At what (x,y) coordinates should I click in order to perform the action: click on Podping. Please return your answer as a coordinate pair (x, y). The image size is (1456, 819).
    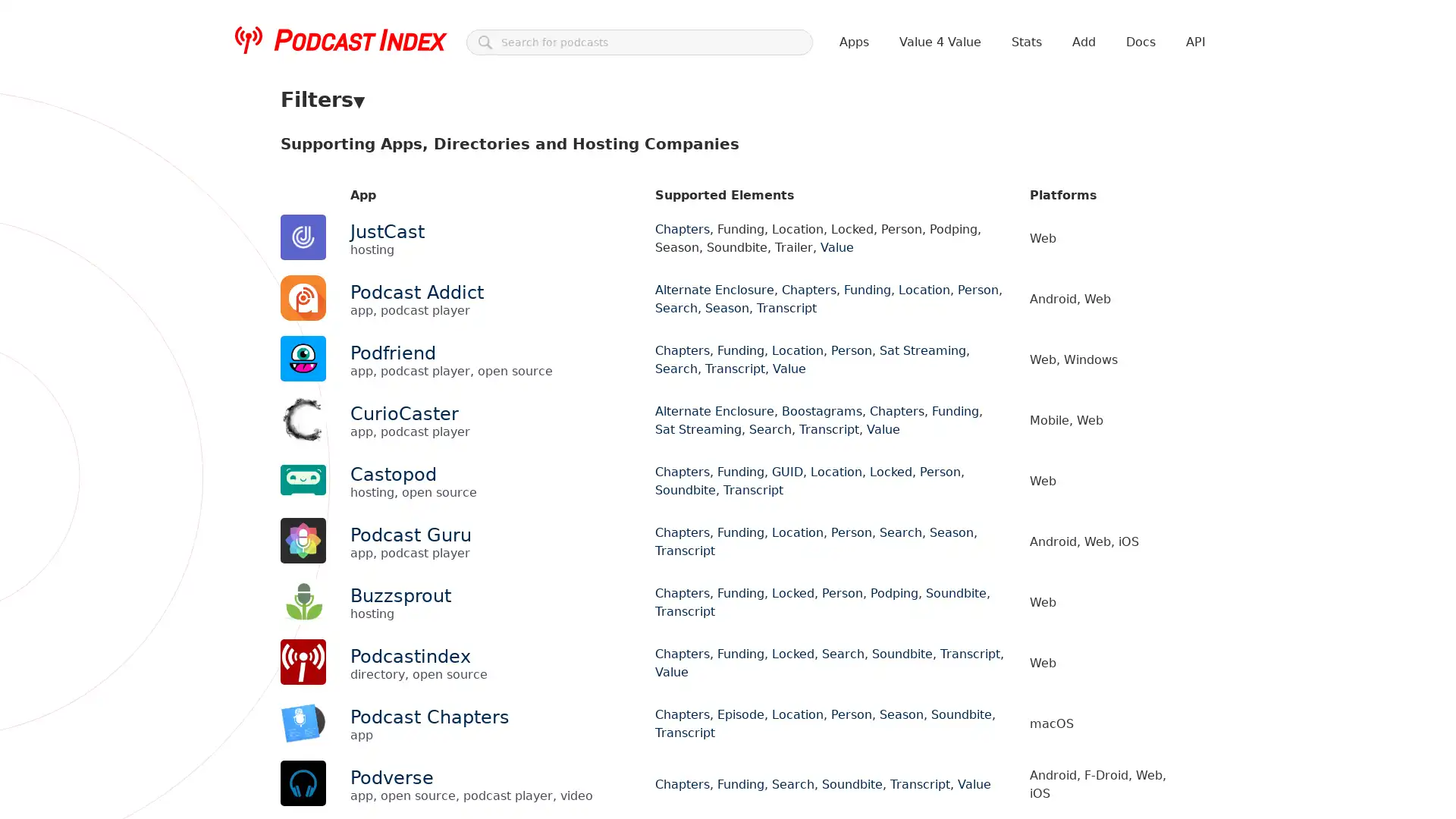
    Looking at the image, I should click on (931, 229).